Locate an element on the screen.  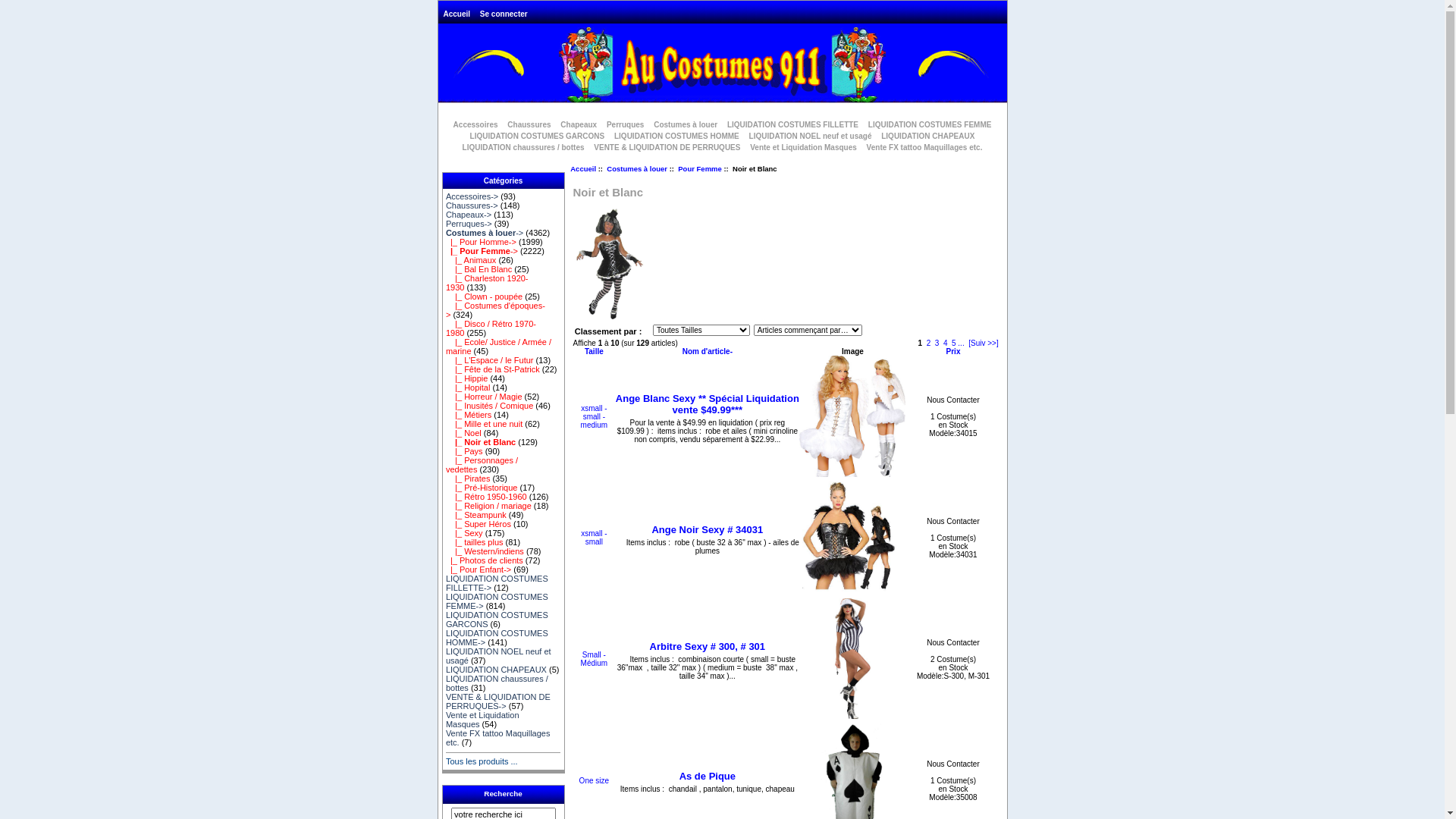
'    |_ Charleston 1920-1930' is located at coordinates (445, 283).